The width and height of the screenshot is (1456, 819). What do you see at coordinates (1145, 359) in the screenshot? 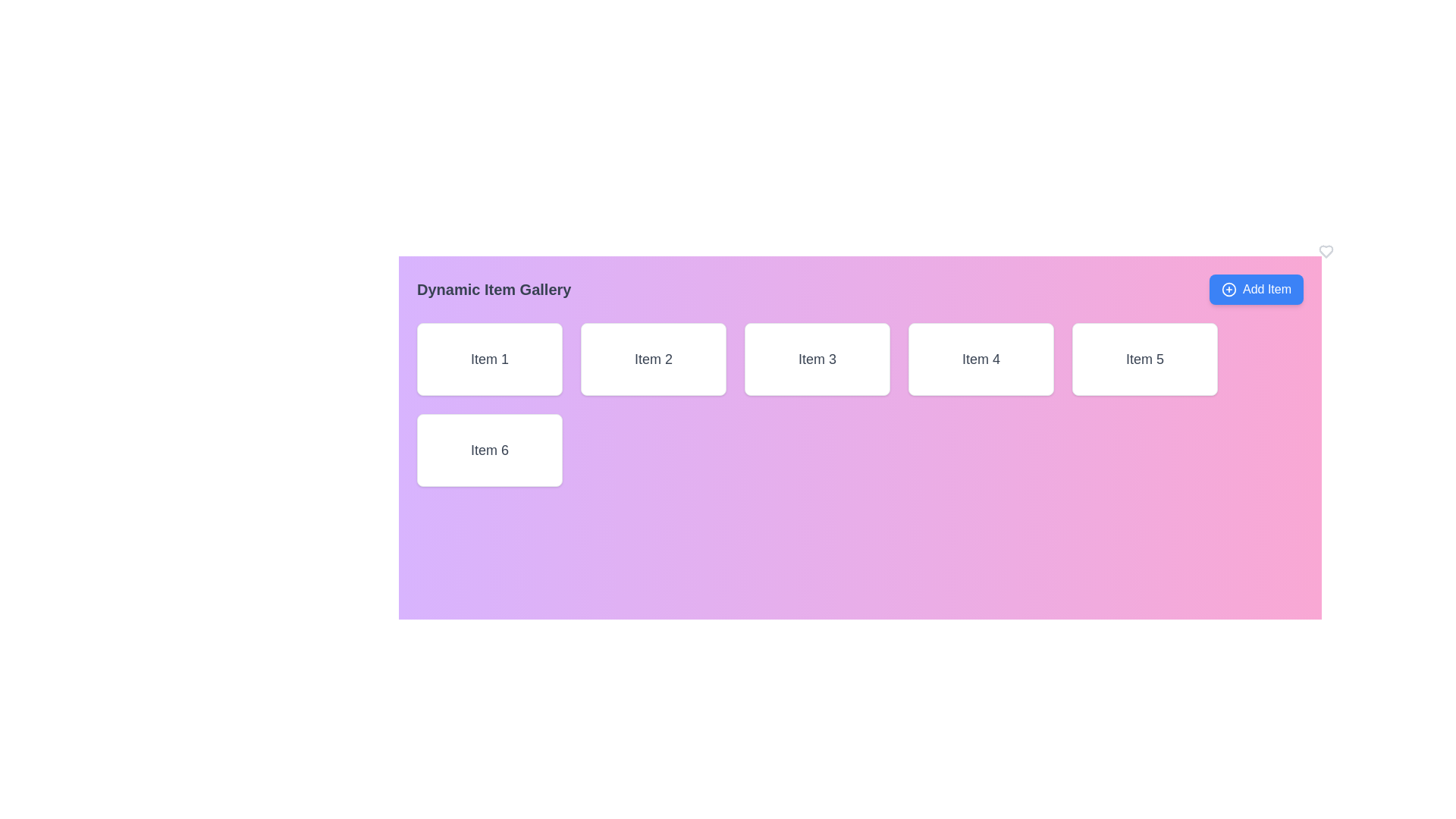
I see `the text label displaying 'Item 5' which is in bold font and dark gray color on a white card with rounded corners` at bounding box center [1145, 359].